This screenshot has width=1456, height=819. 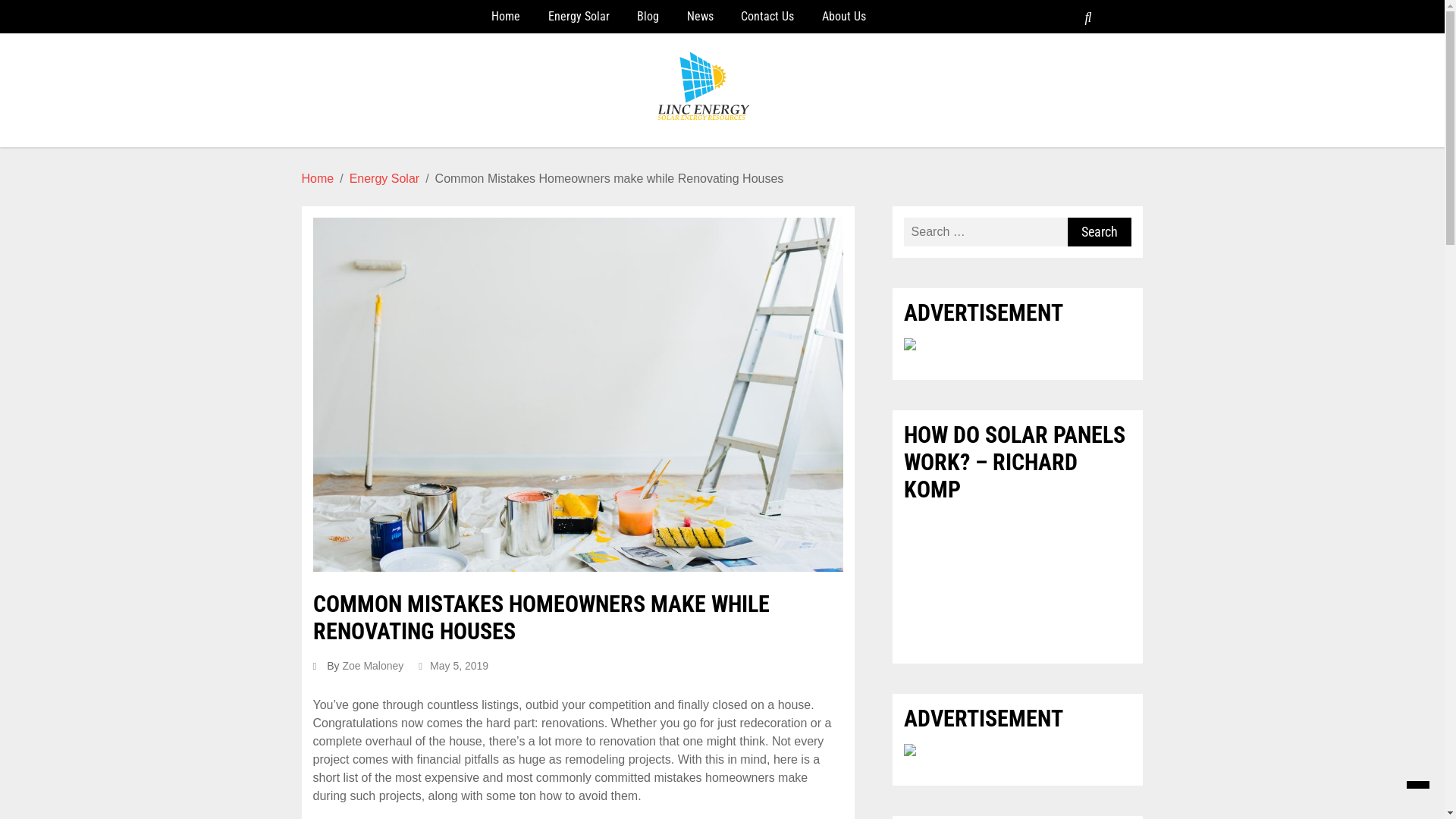 What do you see at coordinates (394, 156) in the screenshot?
I see `'Linc Energy'` at bounding box center [394, 156].